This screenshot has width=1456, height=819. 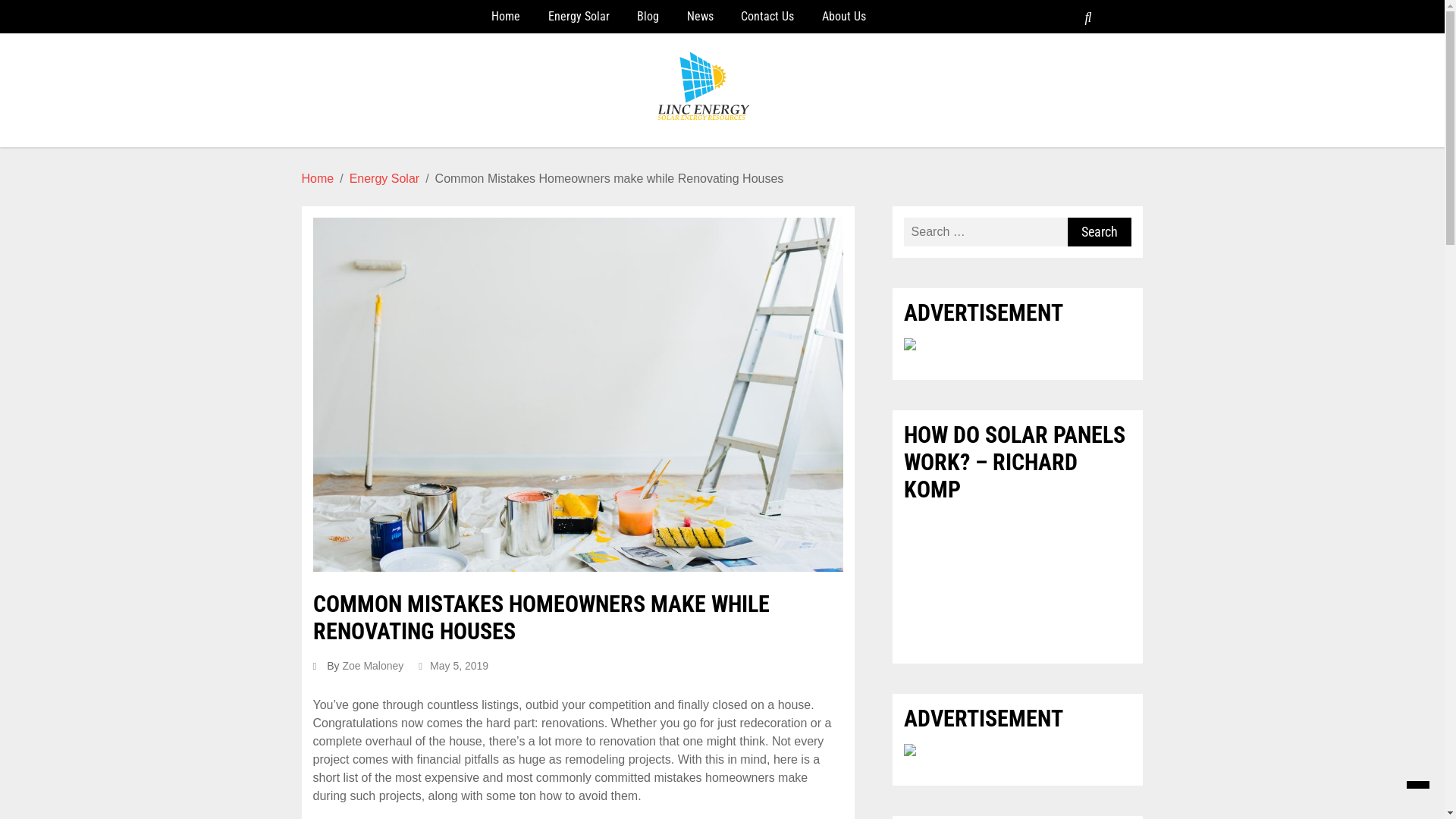 What do you see at coordinates (394, 156) in the screenshot?
I see `'Linc Energy'` at bounding box center [394, 156].